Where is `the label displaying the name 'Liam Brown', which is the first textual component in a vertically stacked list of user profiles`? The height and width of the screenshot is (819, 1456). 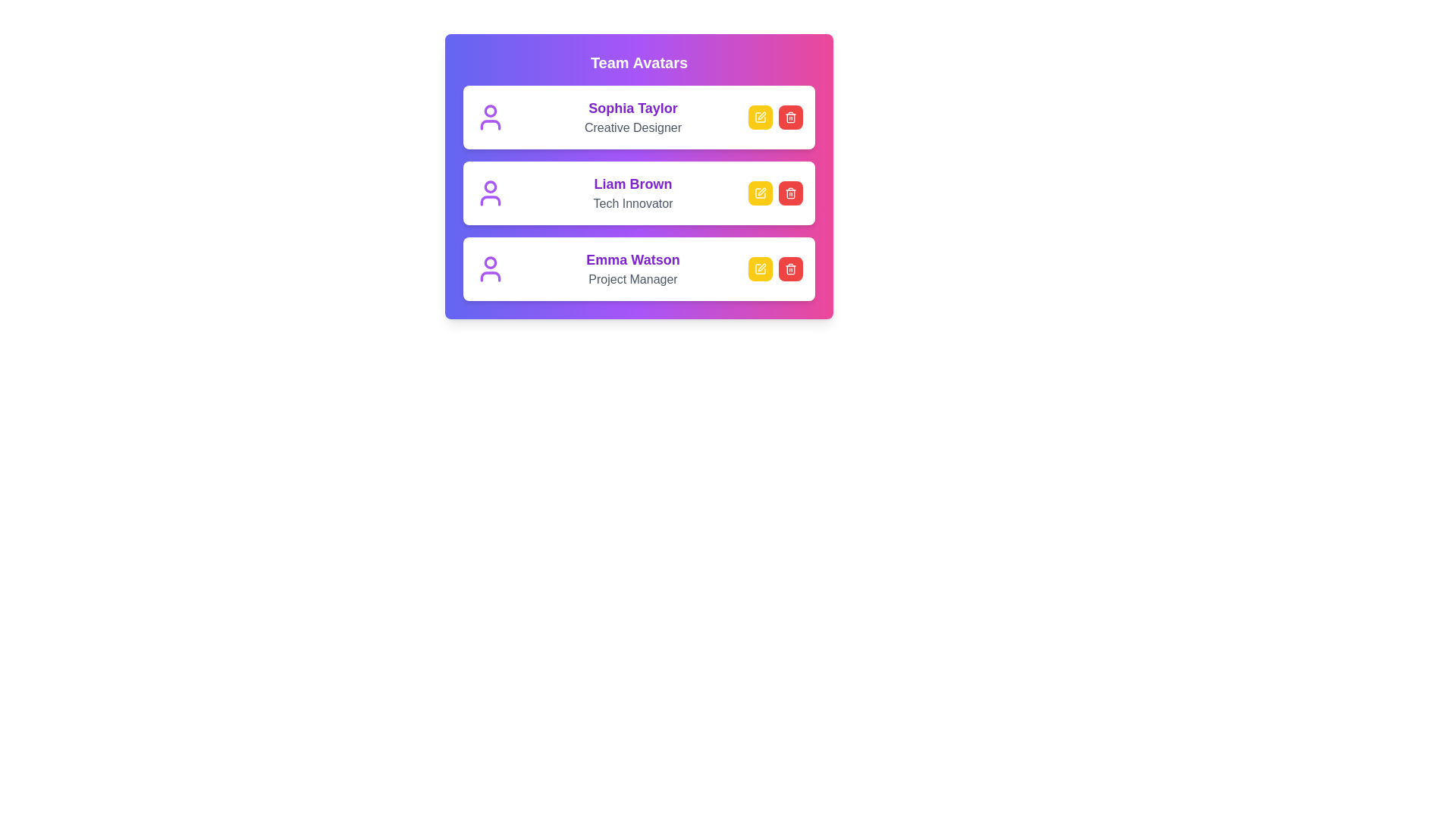
the label displaying the name 'Liam Brown', which is the first textual component in a vertically stacked list of user profiles is located at coordinates (633, 184).